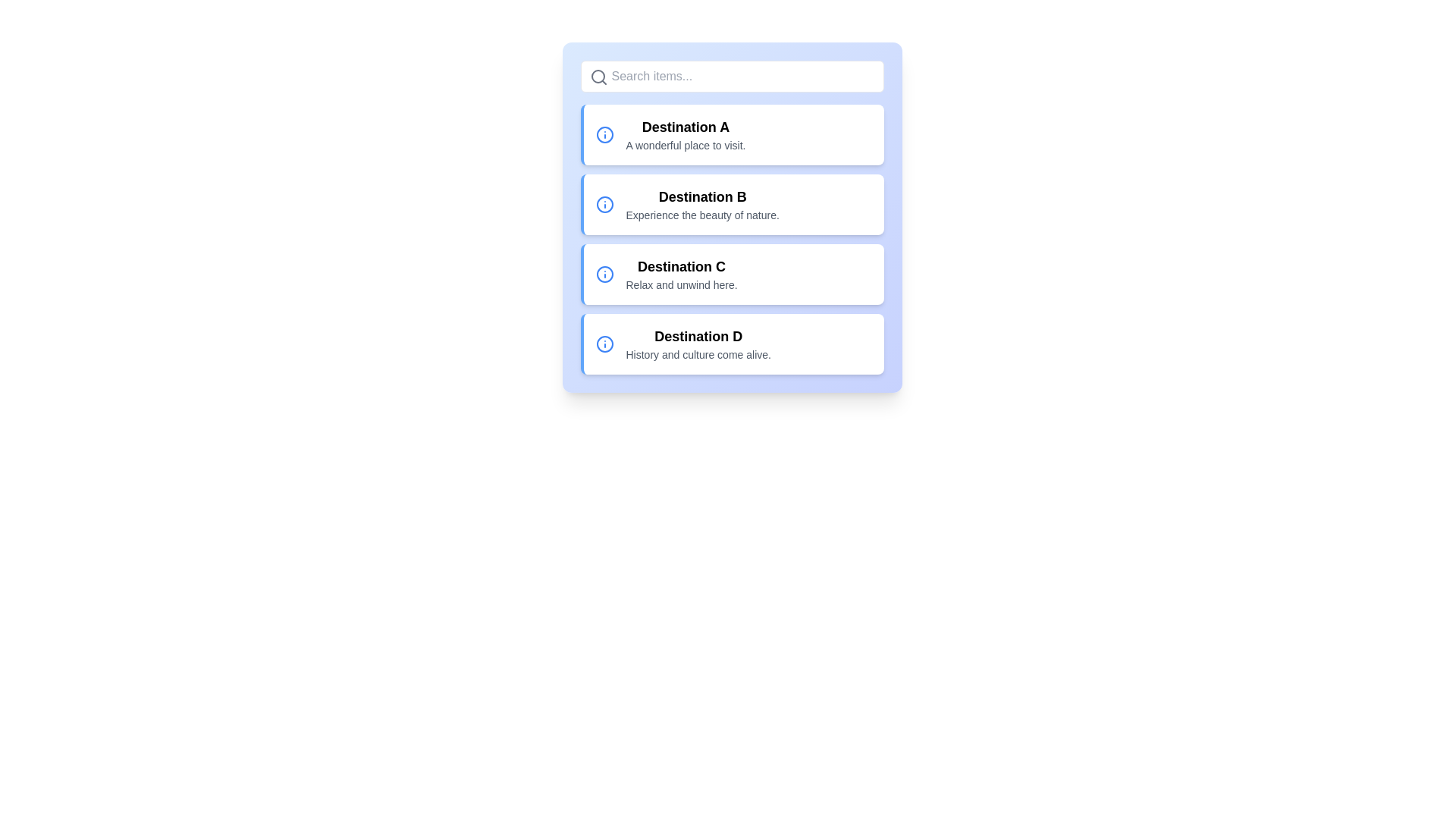  Describe the element at coordinates (732, 344) in the screenshot. I see `the clickable section titled 'Destination D'` at that location.